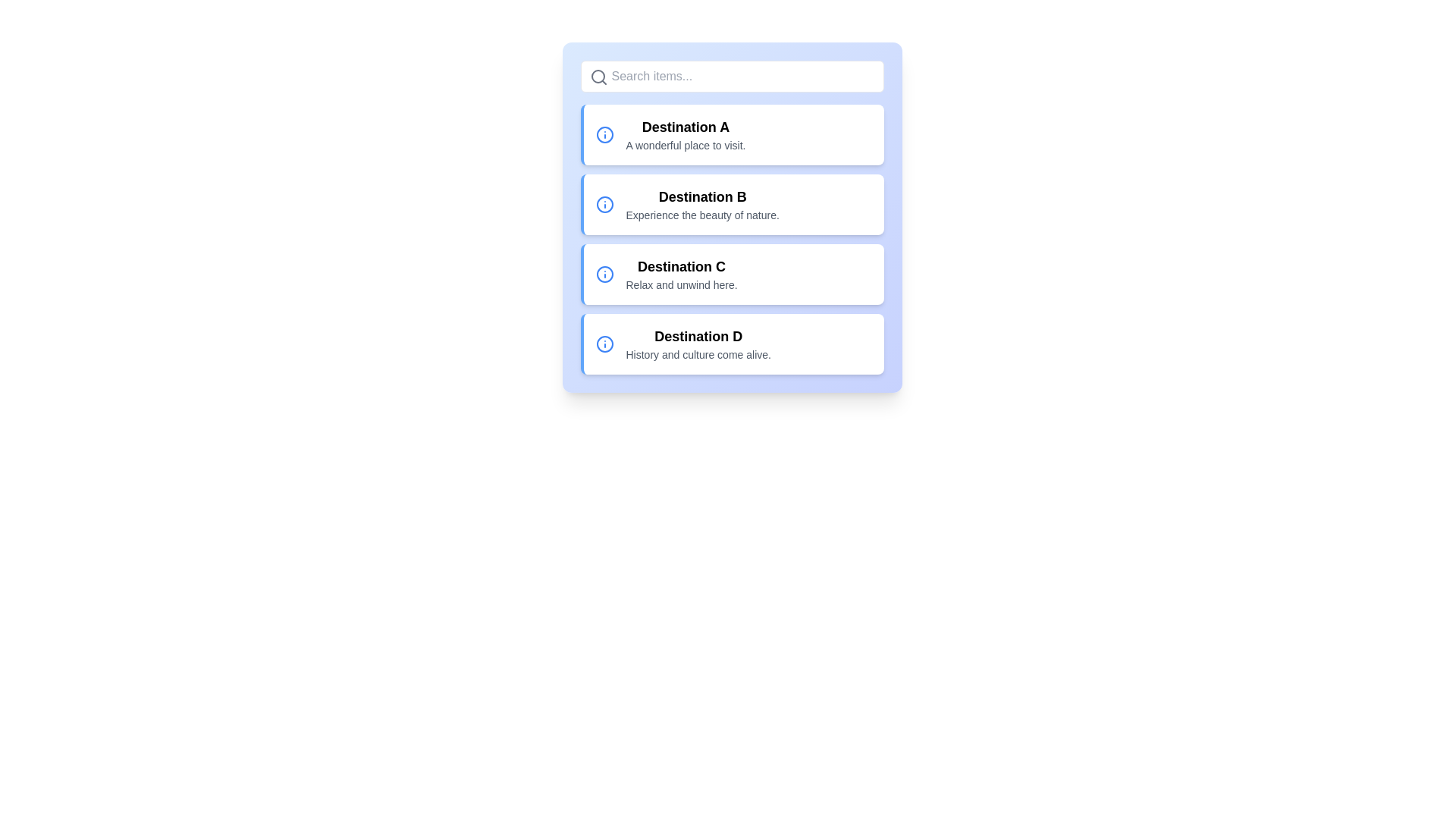  Describe the element at coordinates (732, 344) in the screenshot. I see `the clickable section titled 'Destination D'` at that location.